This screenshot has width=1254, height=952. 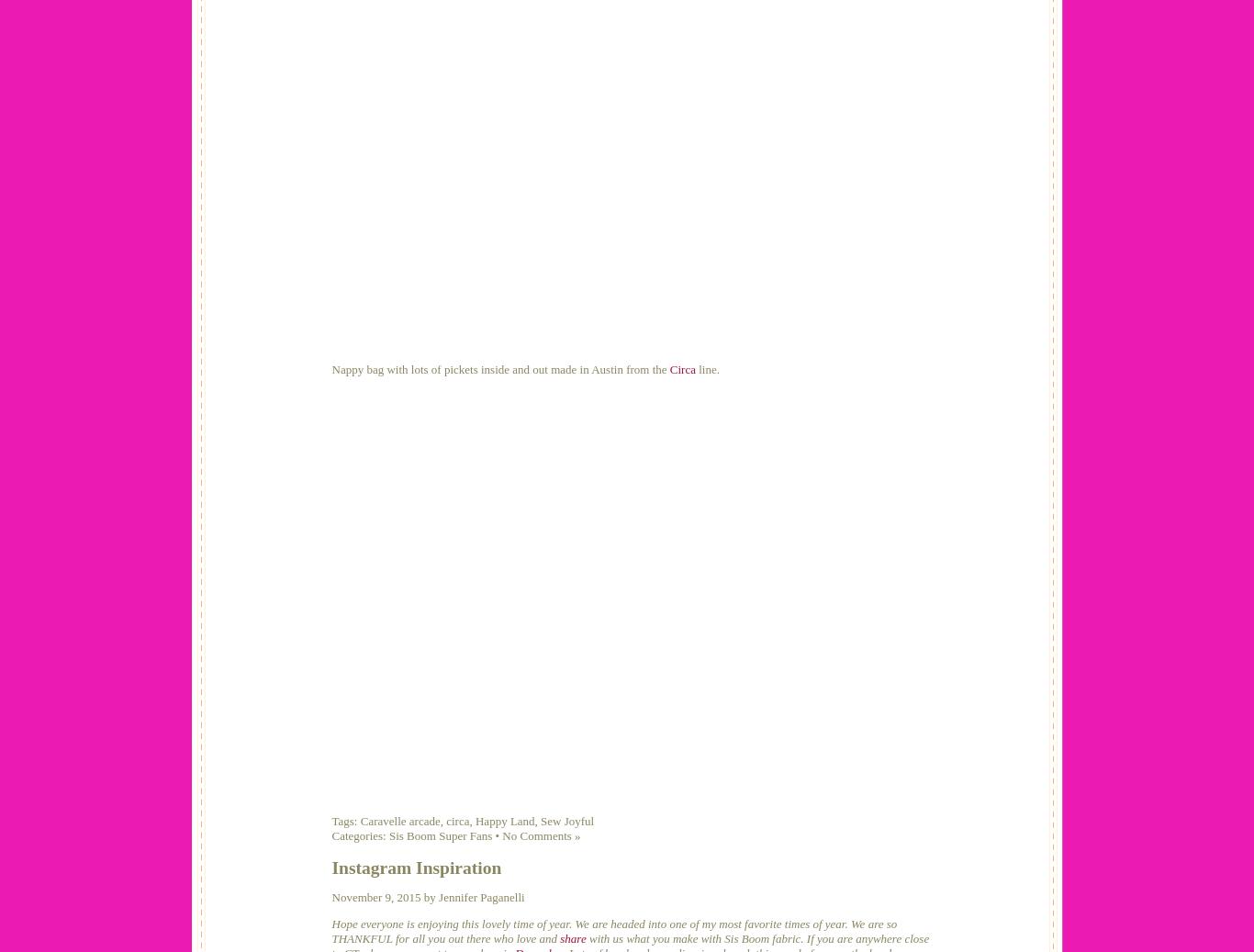 I want to click on 'Sew Joyful', so click(x=565, y=820).